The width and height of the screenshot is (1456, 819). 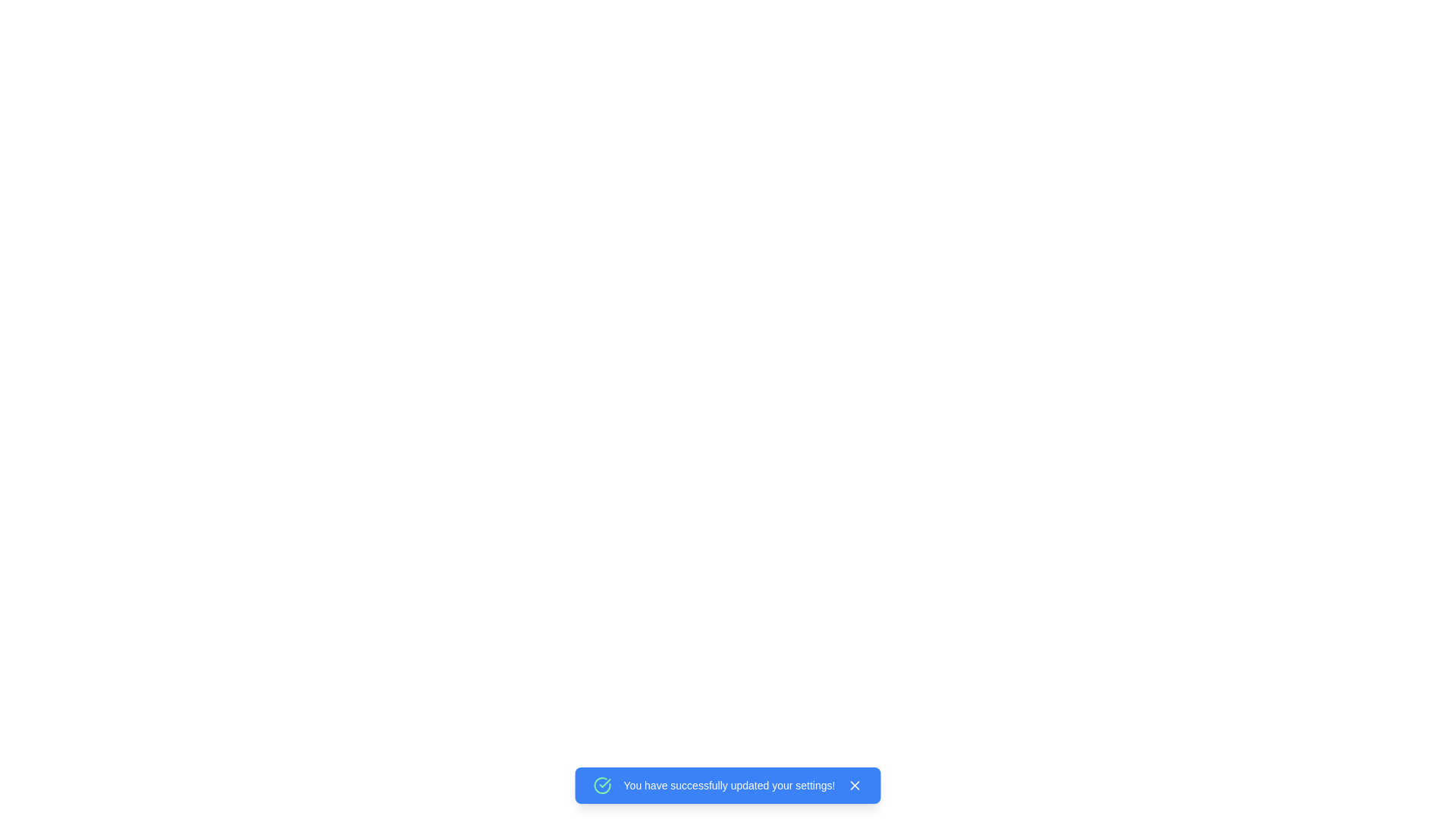 What do you see at coordinates (855, 785) in the screenshot?
I see `the close button located at the far-right side of the notification popup to observe the color change` at bounding box center [855, 785].